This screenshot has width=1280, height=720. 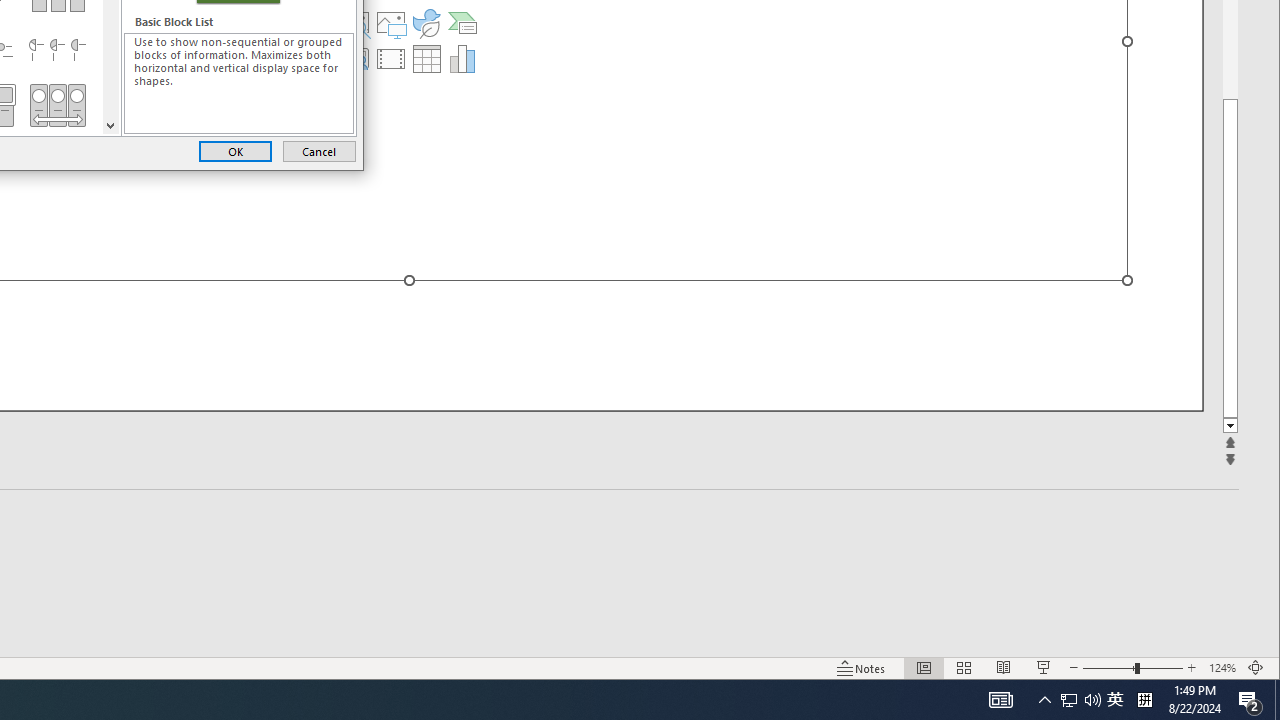 I want to click on 'Insert Chart', so click(x=461, y=58).